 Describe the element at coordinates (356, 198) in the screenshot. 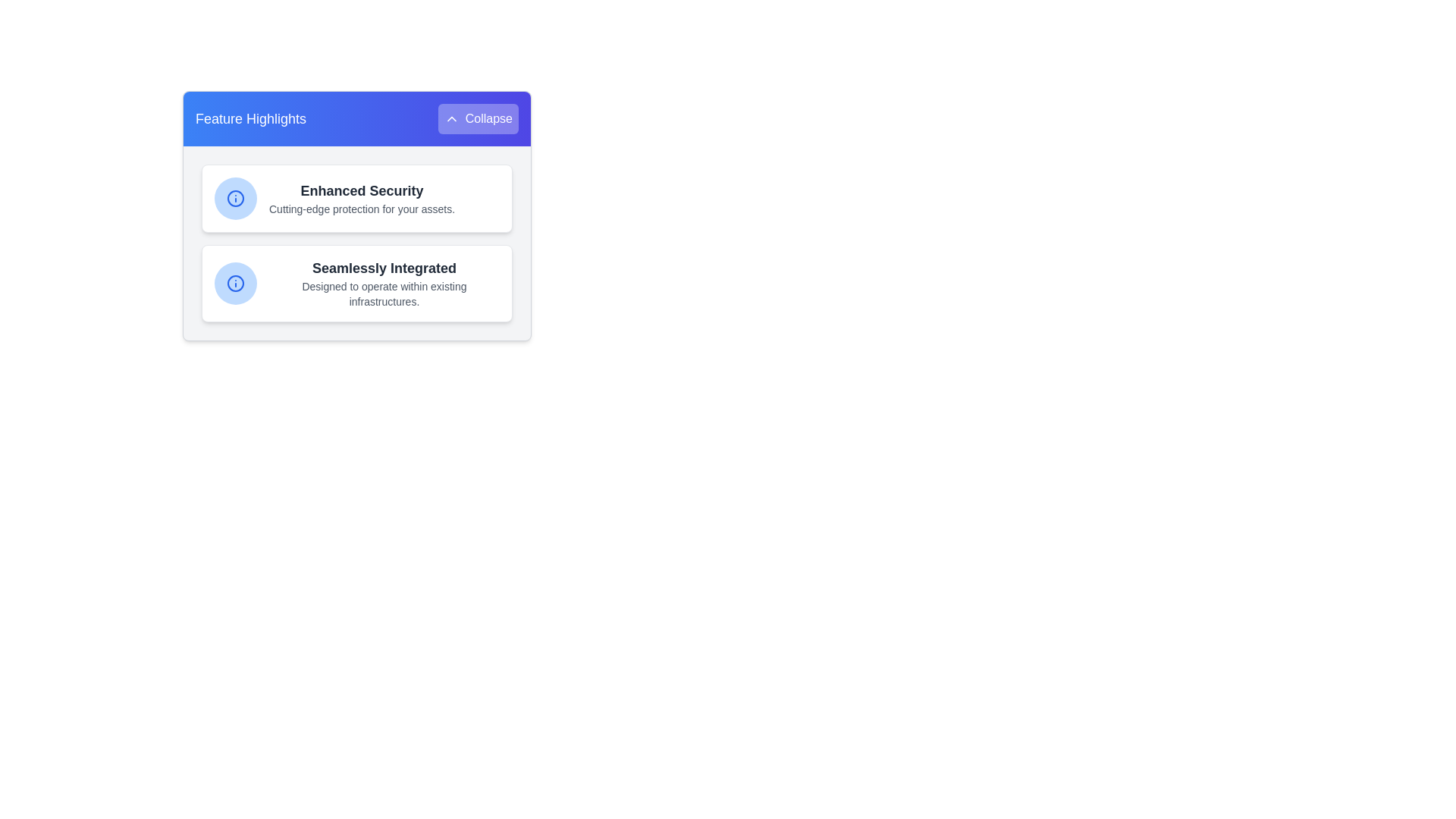

I see `the Informational display section titled 'Enhanced Security'` at that location.